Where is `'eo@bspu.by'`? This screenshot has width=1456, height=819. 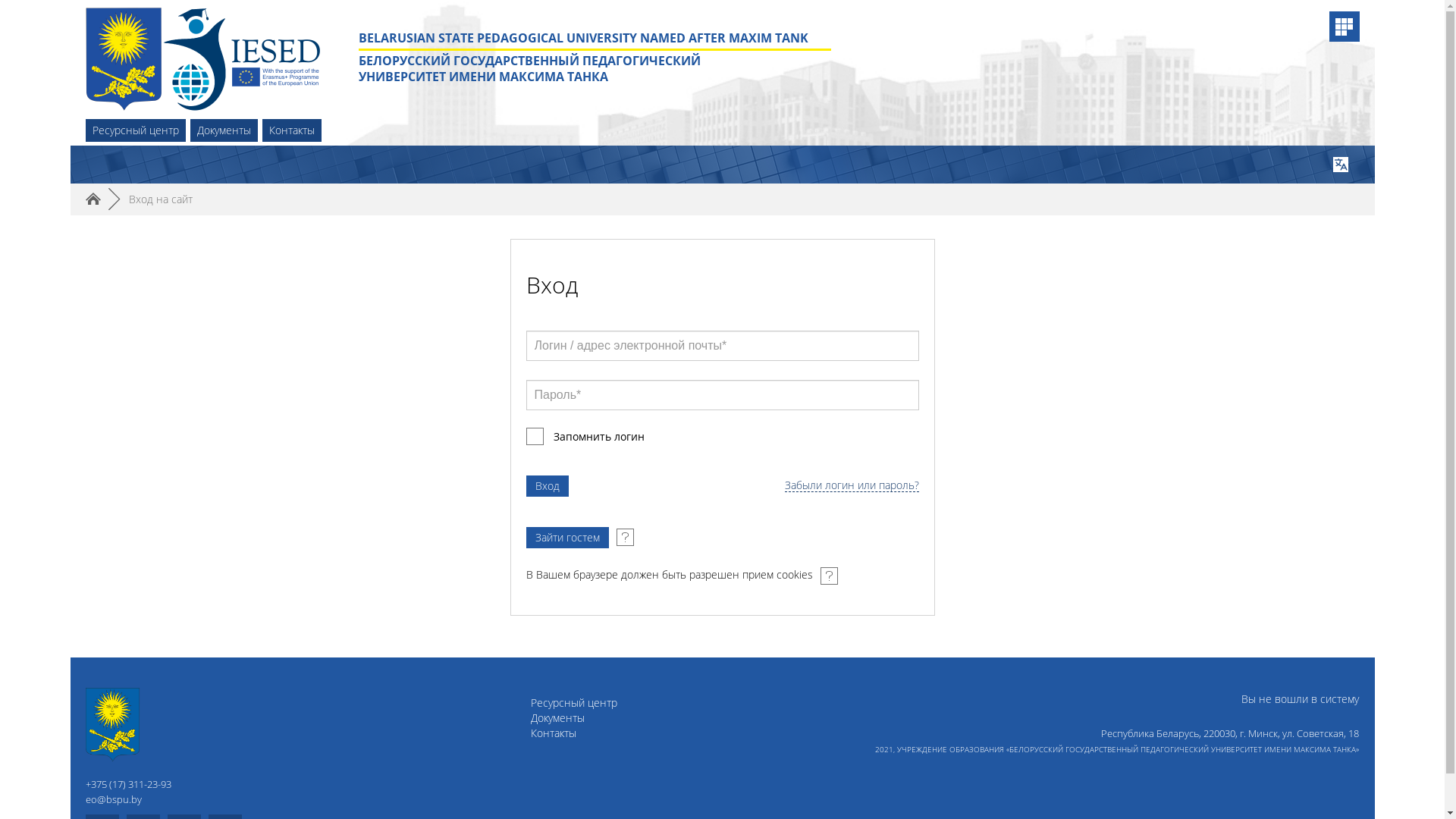
'eo@bspu.by' is located at coordinates (111, 798).